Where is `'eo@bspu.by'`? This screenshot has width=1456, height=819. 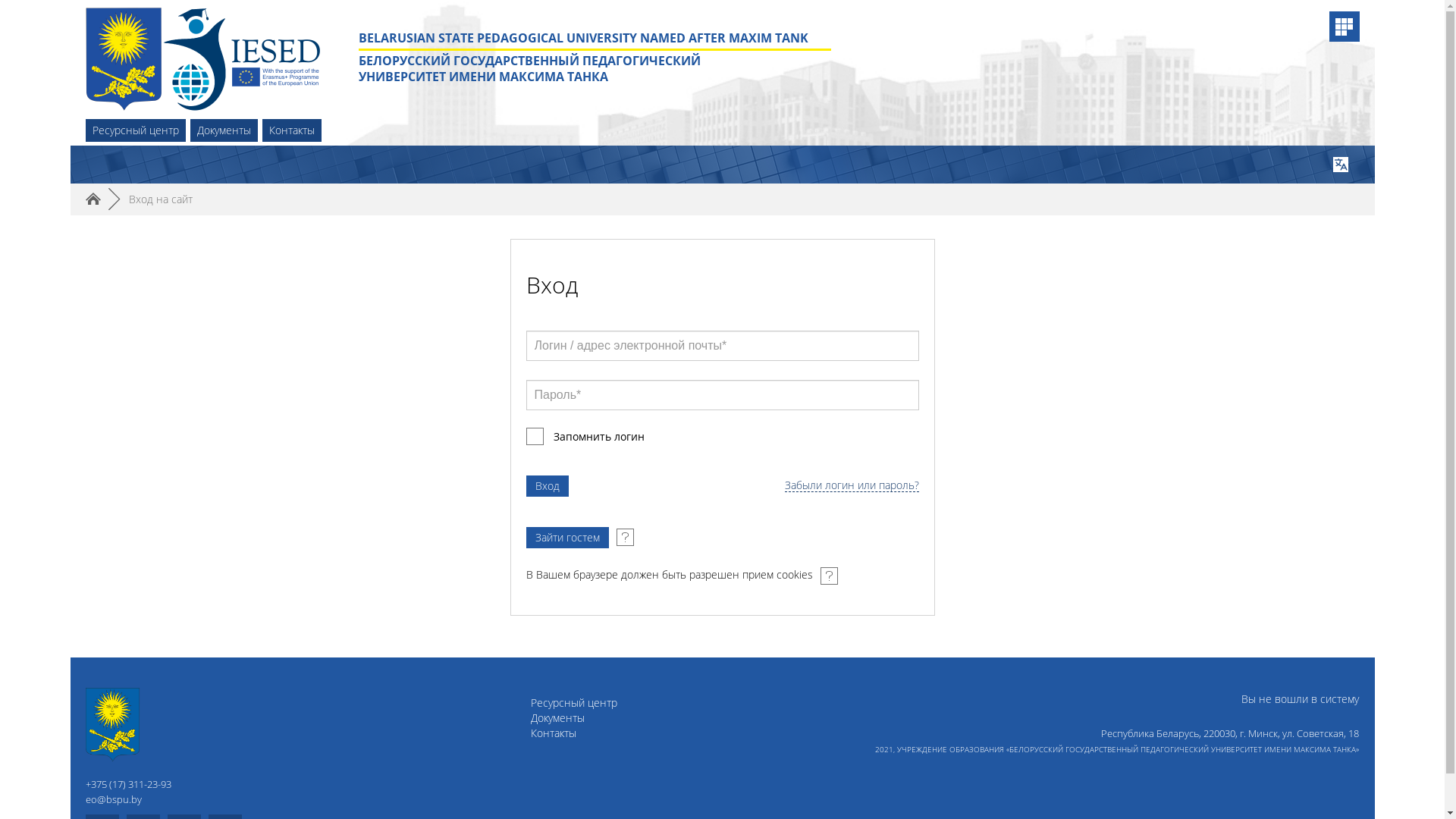
'eo@bspu.by' is located at coordinates (111, 798).